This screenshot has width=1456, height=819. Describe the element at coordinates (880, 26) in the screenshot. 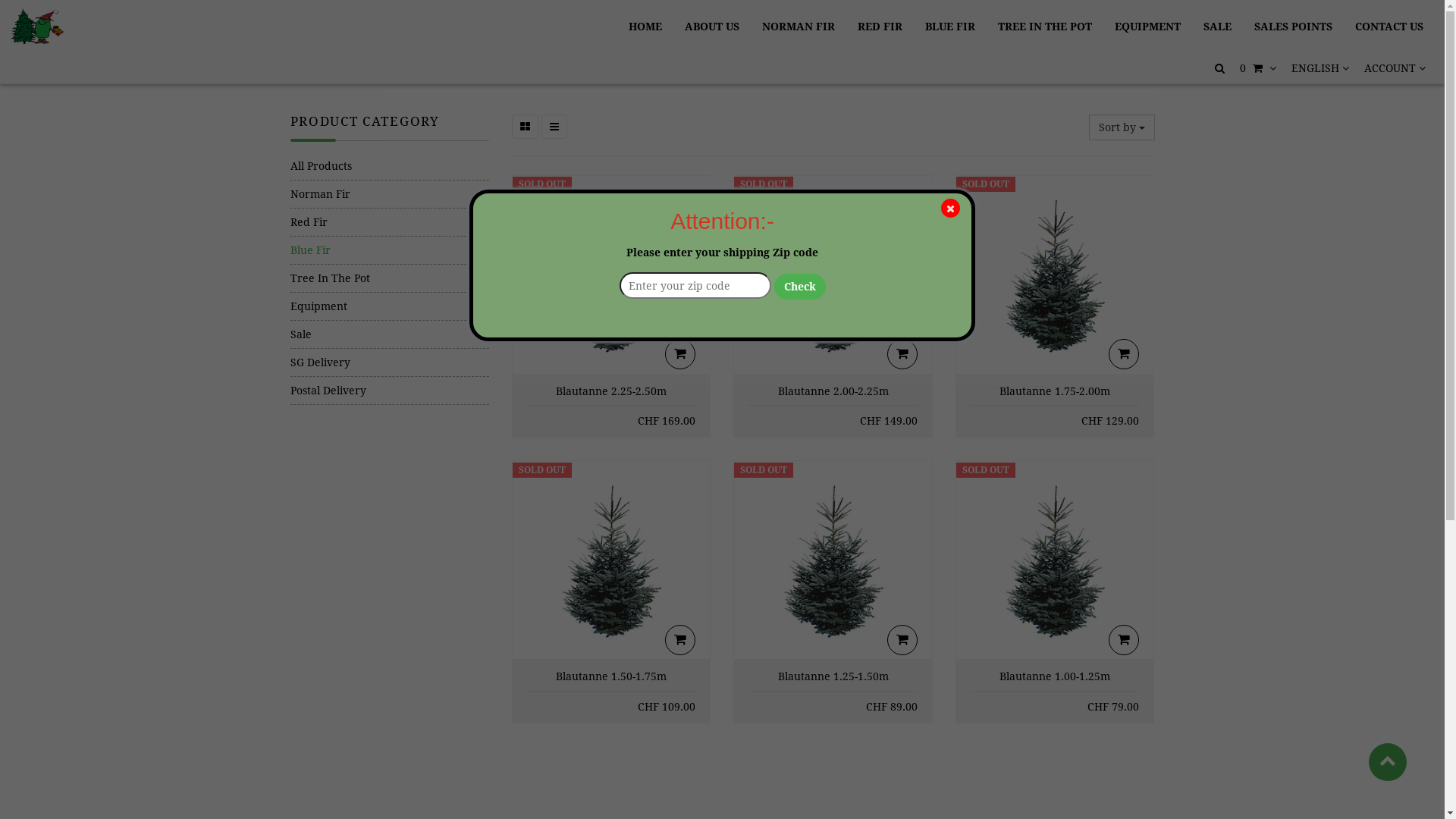

I see `'RED FIR'` at that location.